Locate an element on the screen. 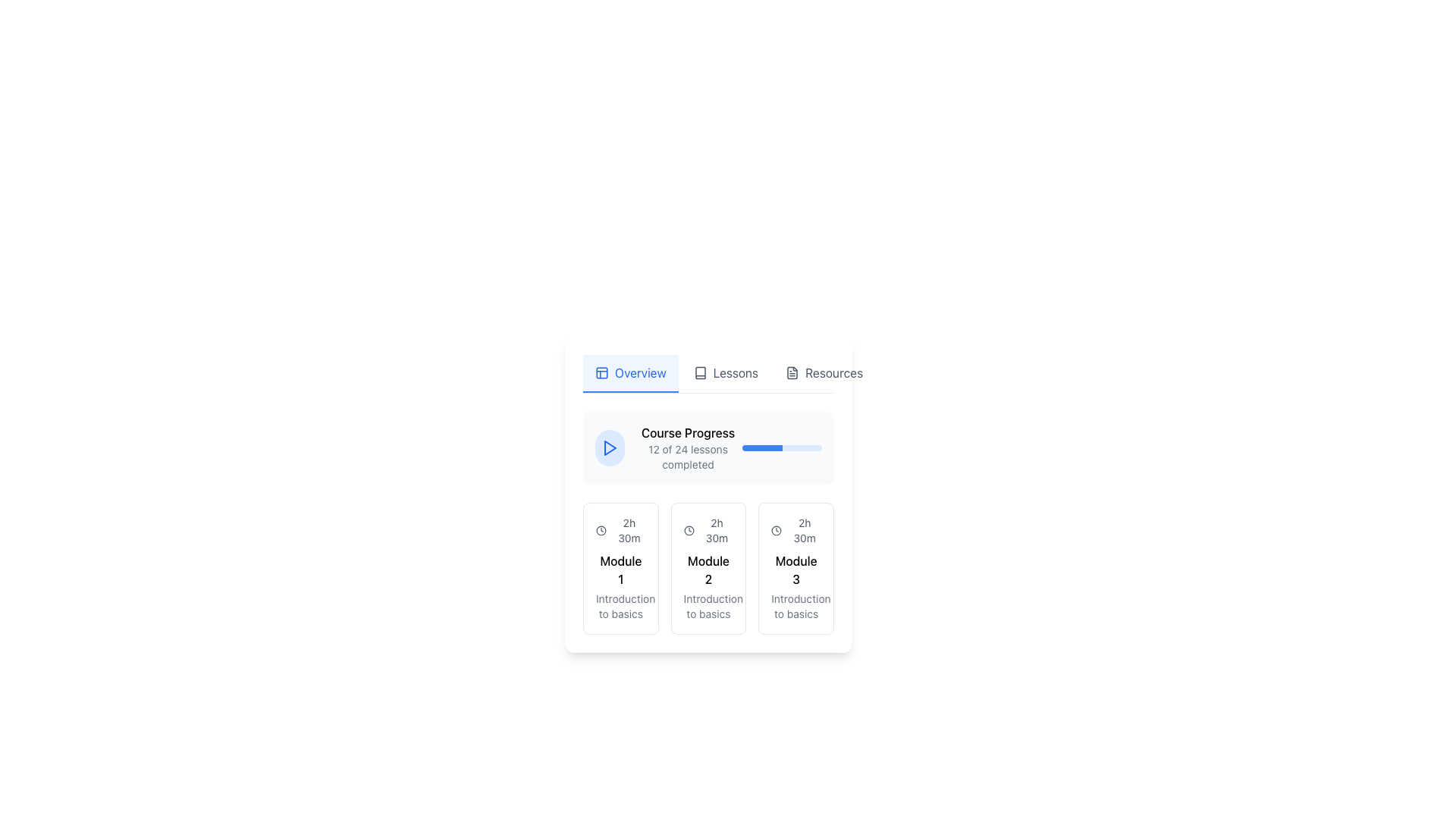 The height and width of the screenshot is (819, 1456). the text label displaying the duration of 'Module 2', which is positioned to the right of a clock icon within the second column of module durations is located at coordinates (716, 529).